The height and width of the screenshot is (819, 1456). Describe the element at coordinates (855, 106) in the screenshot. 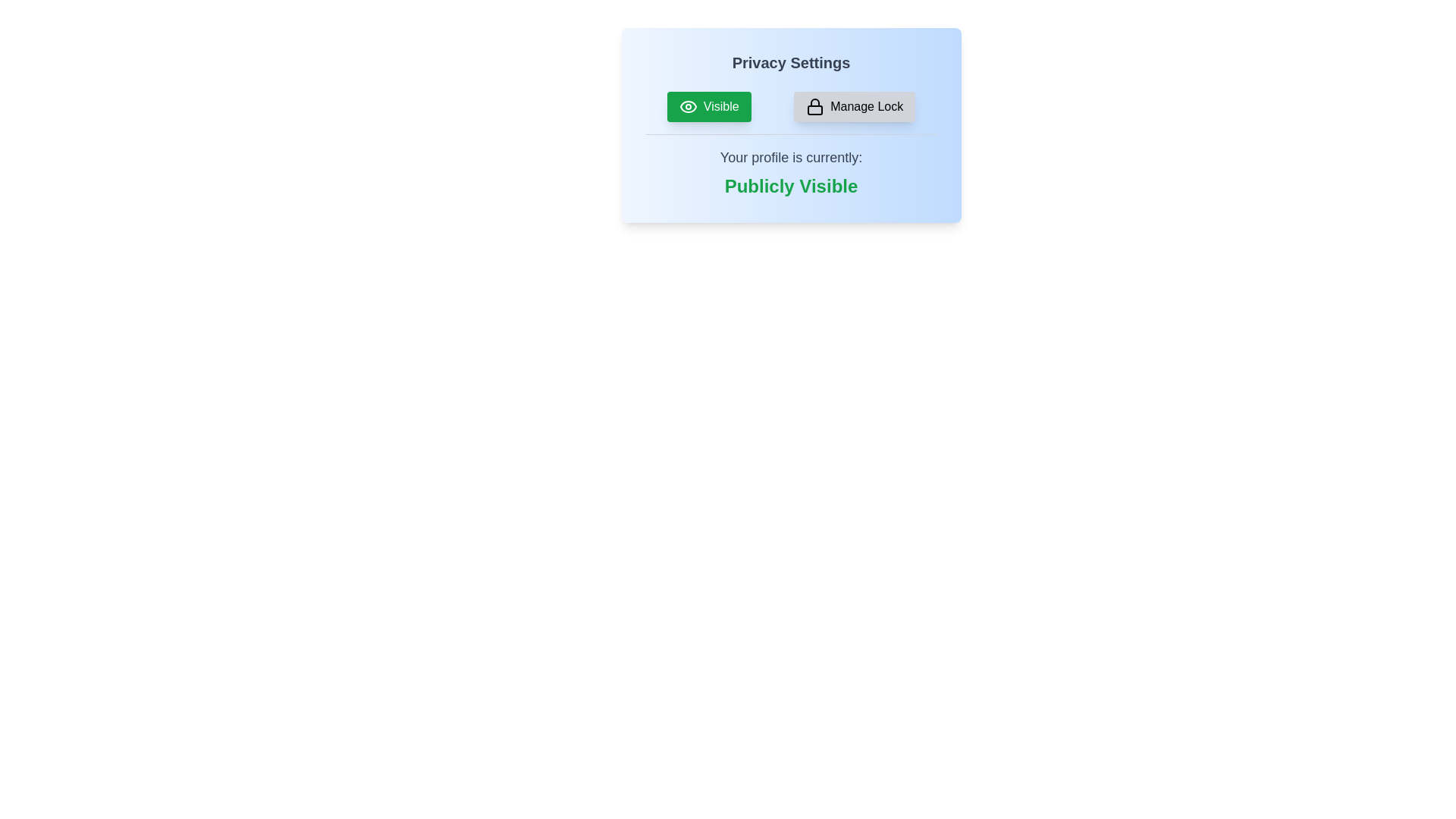

I see `the 'Manage Lock' button to access lock management` at that location.